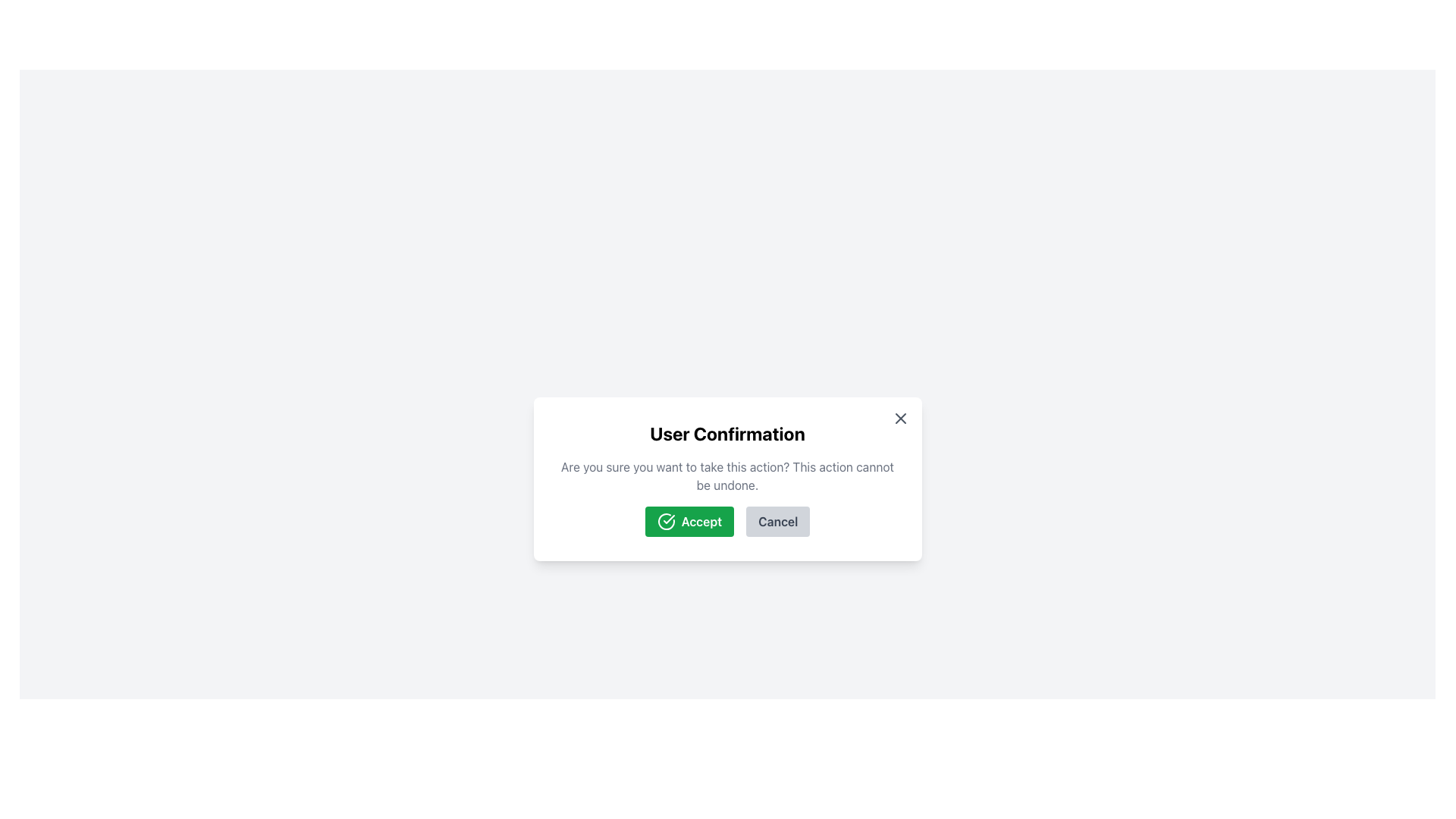 The image size is (1456, 819). I want to click on the 'Accept' button, which is part of a button group in a modal dialog box, to confirm the action, so click(726, 520).